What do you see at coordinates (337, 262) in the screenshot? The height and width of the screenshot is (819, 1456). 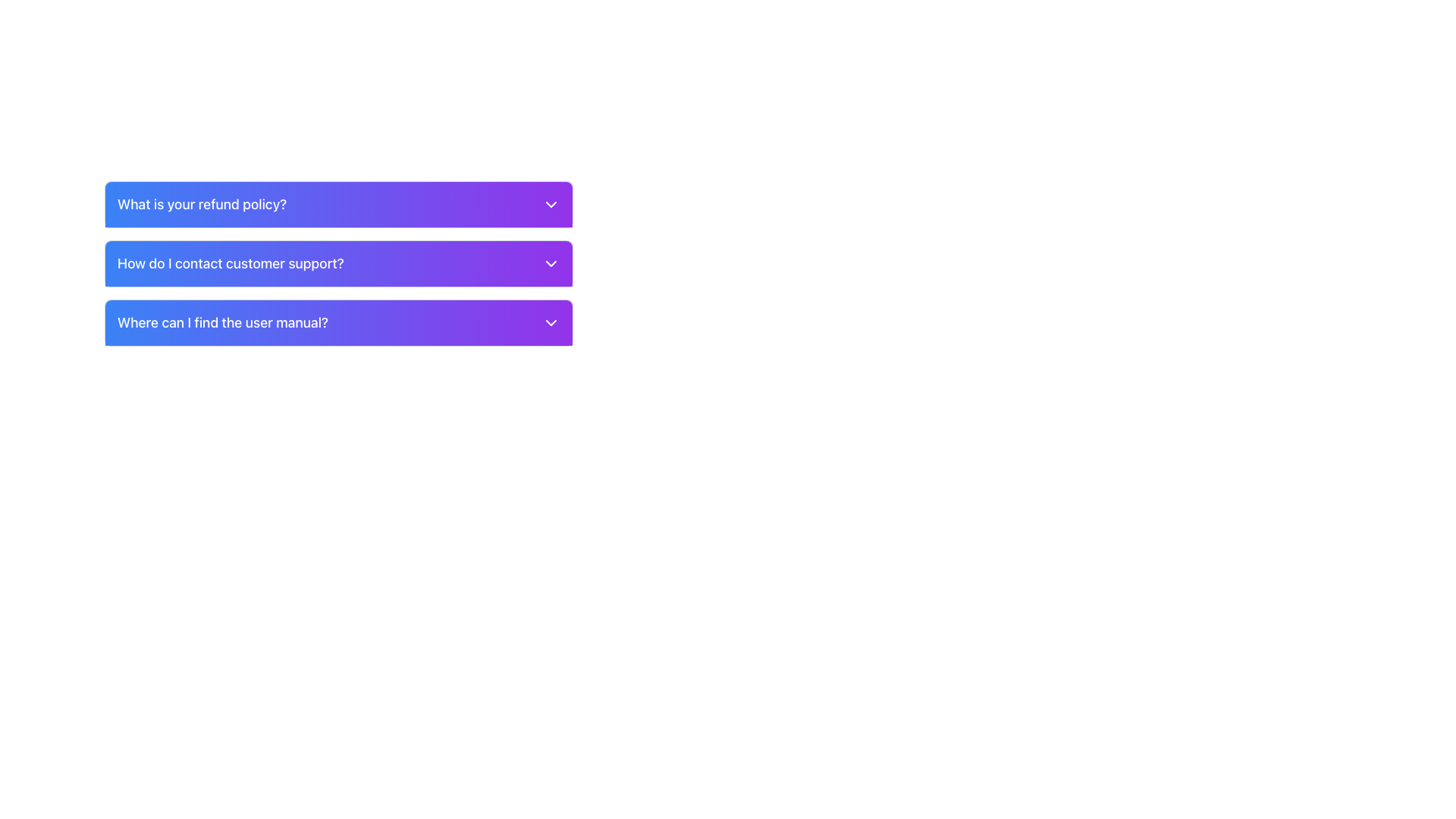 I see `the interactive dropdown header that reveals additional options related to contacting customer support by moving the mouse to its center` at bounding box center [337, 262].